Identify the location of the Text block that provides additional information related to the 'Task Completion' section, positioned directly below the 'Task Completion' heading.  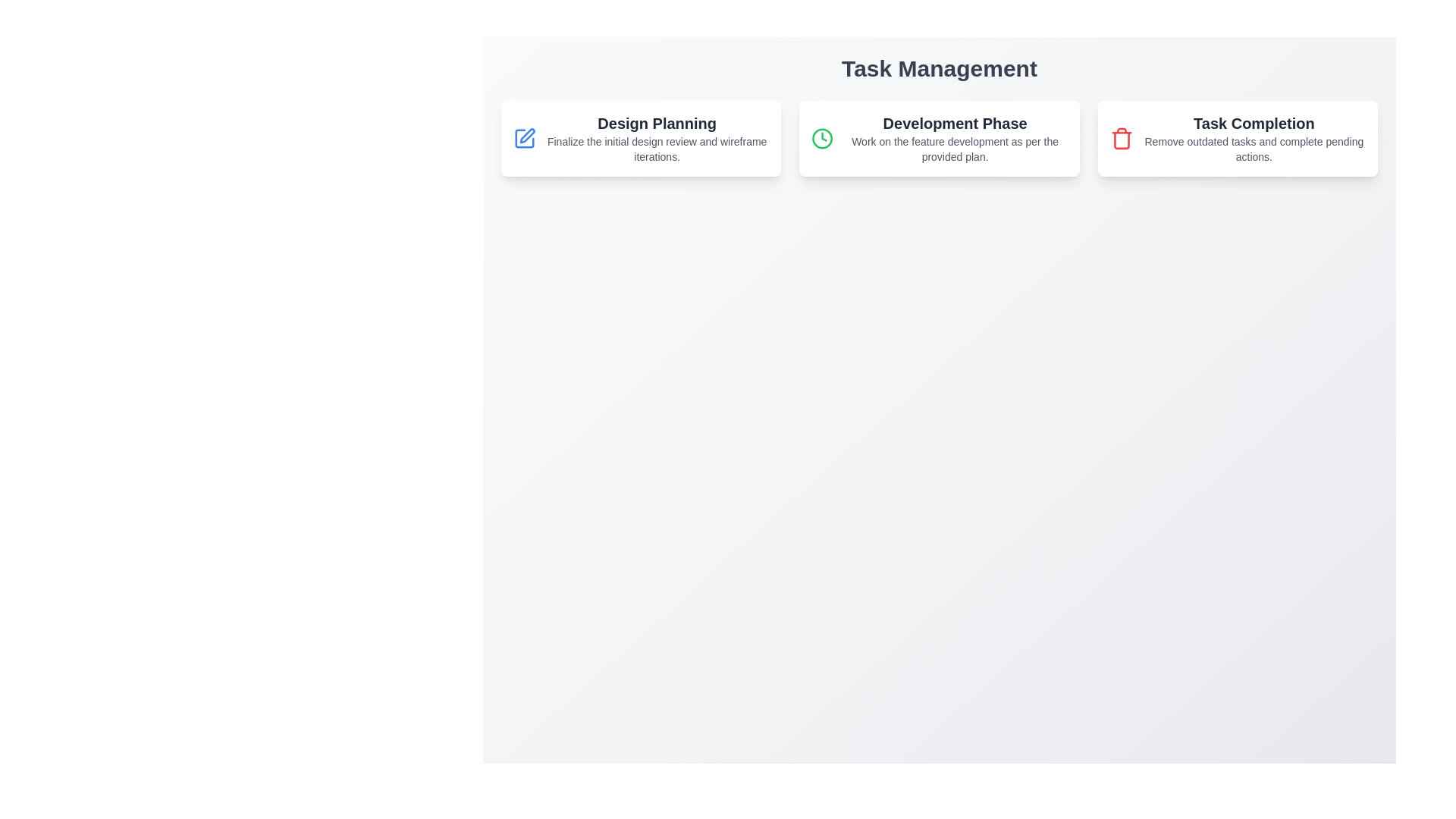
(1254, 149).